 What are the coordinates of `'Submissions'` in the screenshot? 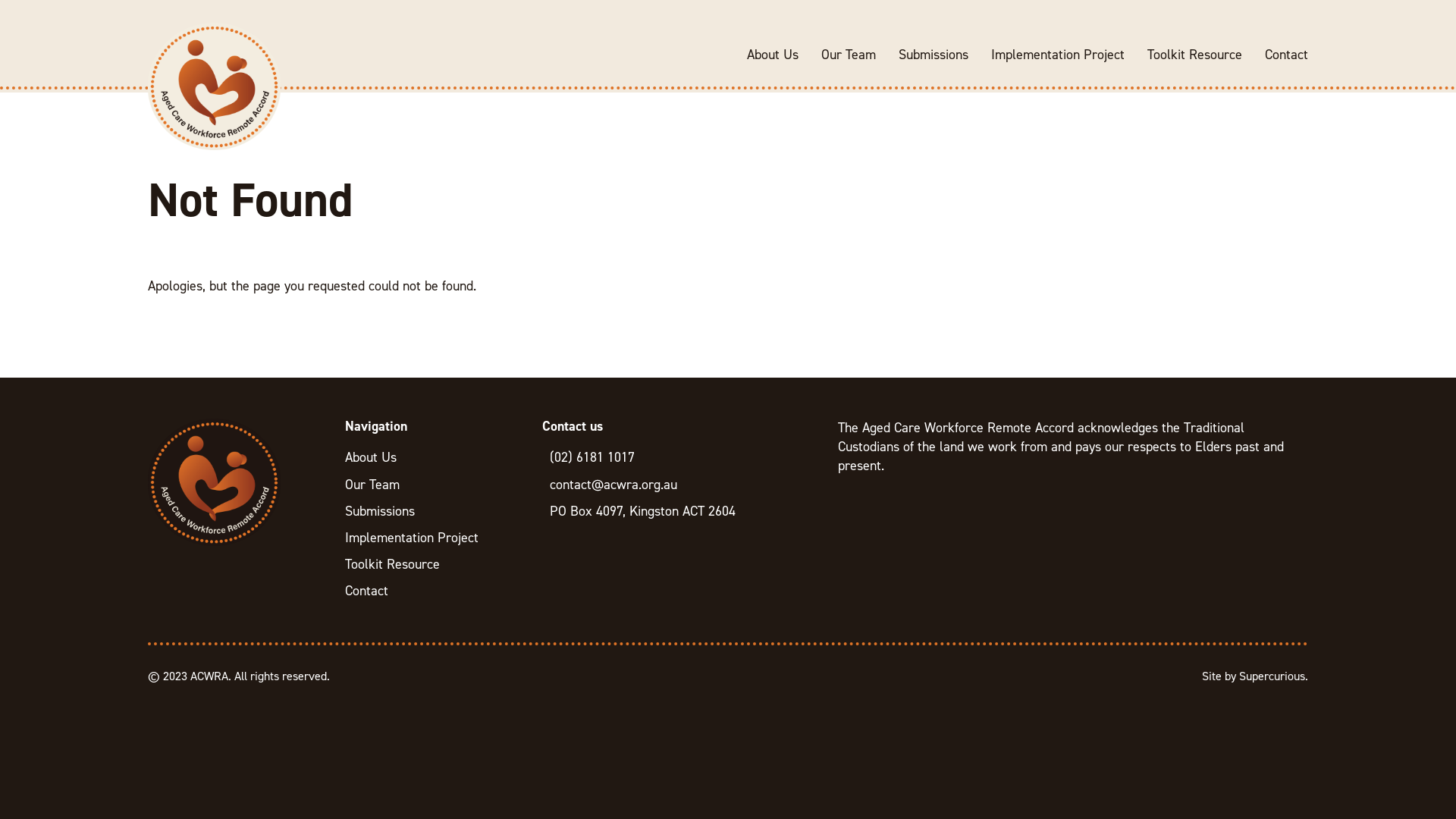 It's located at (932, 54).